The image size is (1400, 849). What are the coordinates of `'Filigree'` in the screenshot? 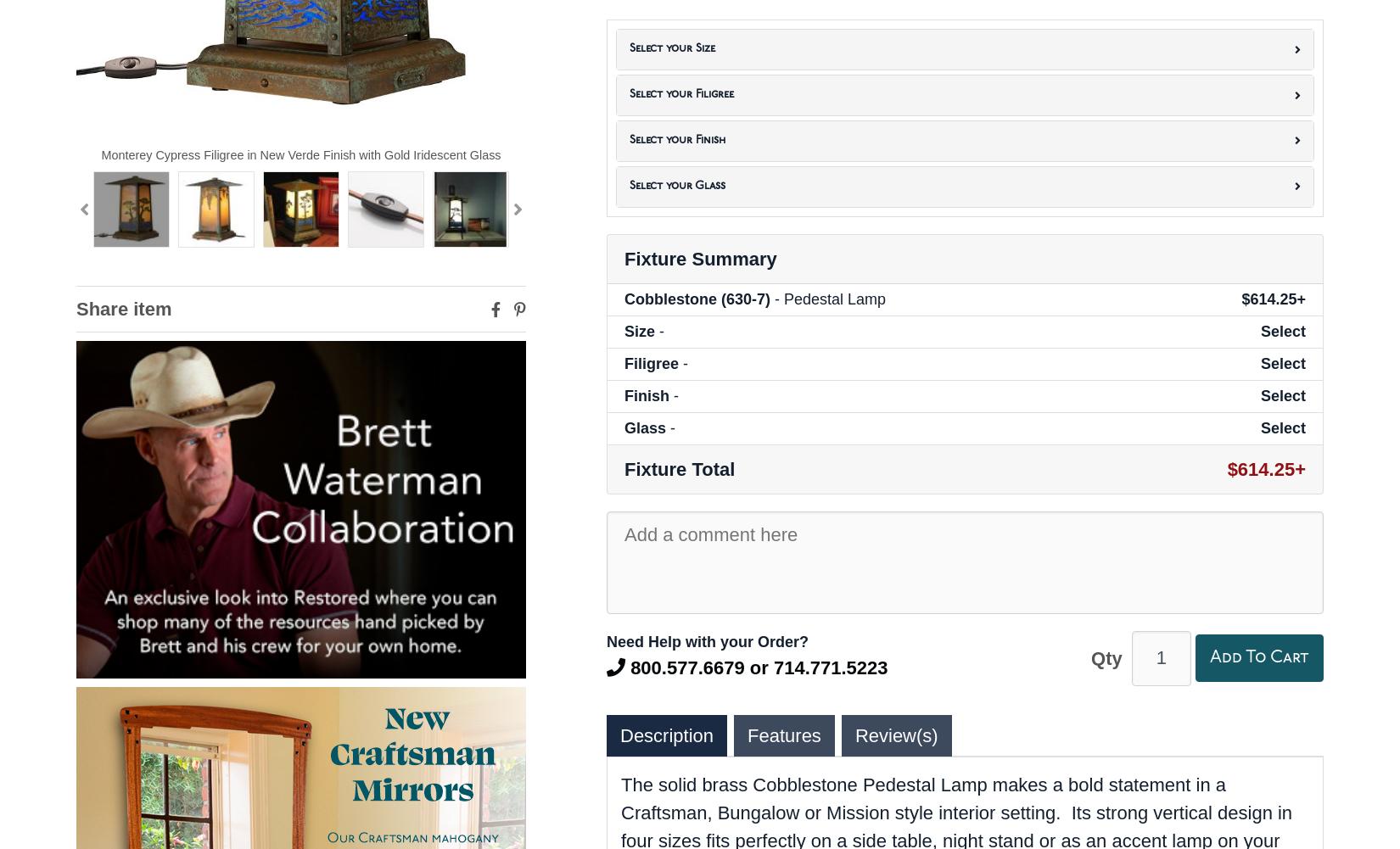 It's located at (651, 362).